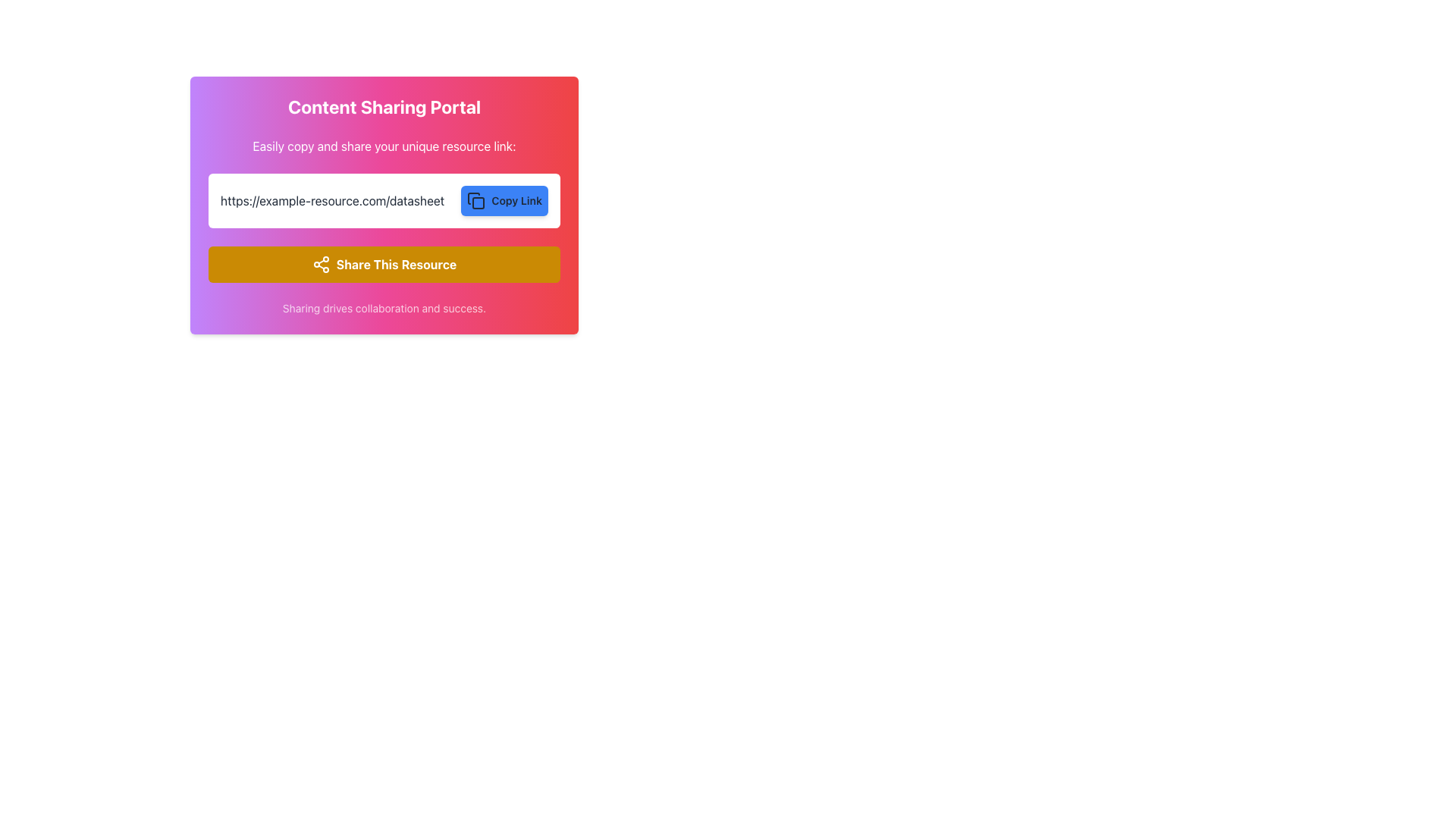  What do you see at coordinates (397, 263) in the screenshot?
I see `the text label 'Share This Resource' which is centered within a yellow button-like component at the bottom of the card interface` at bounding box center [397, 263].